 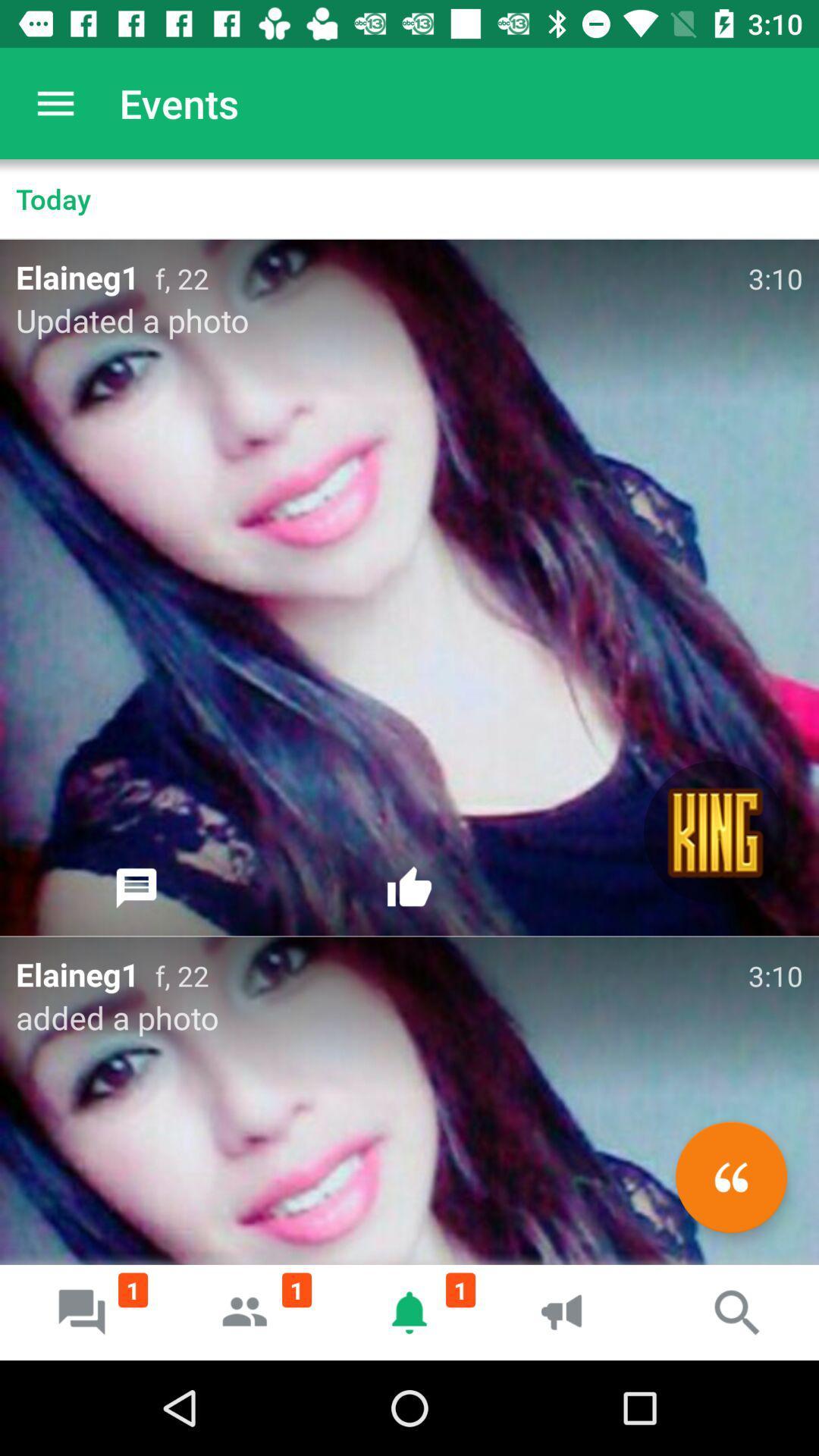 What do you see at coordinates (409, 888) in the screenshot?
I see `like the post` at bounding box center [409, 888].